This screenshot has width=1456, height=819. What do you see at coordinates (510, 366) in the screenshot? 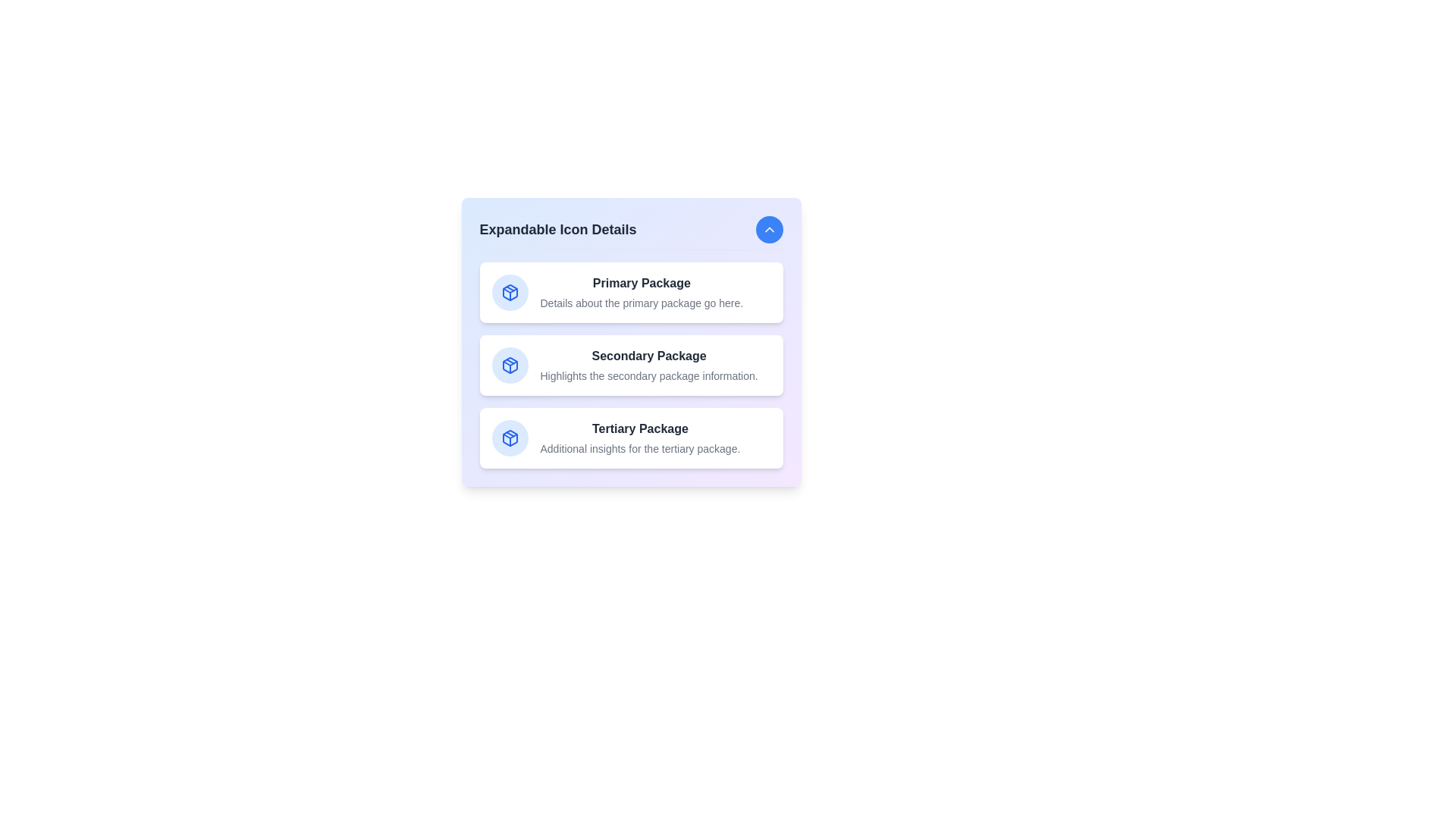
I see `the circular blue icon with a package graphic, located to the left of the 'Secondary Package' title and description` at bounding box center [510, 366].